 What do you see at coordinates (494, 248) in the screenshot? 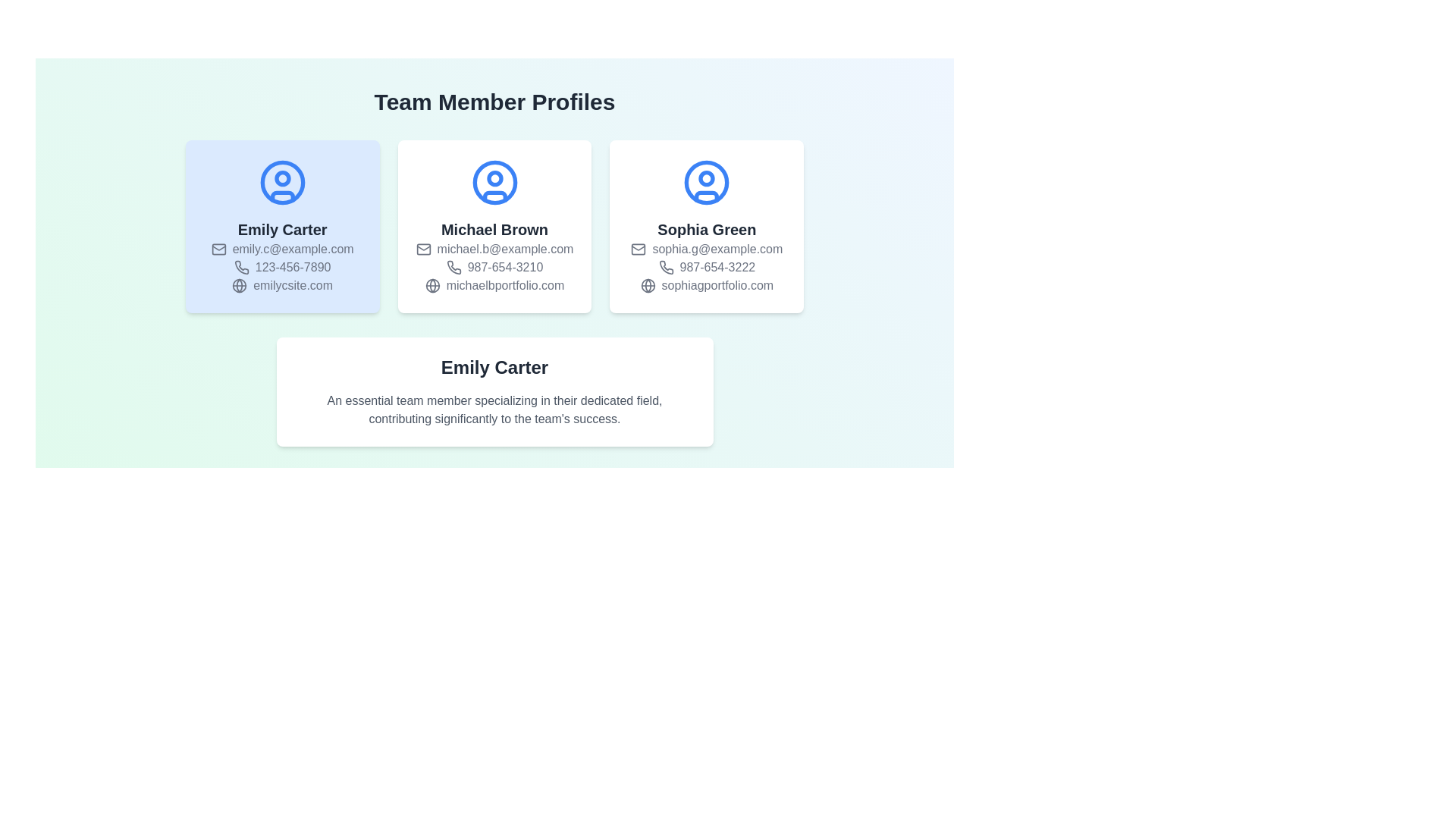
I see `the text indicating the email address of Michael Brown, which is located below his name and above his phone number` at bounding box center [494, 248].